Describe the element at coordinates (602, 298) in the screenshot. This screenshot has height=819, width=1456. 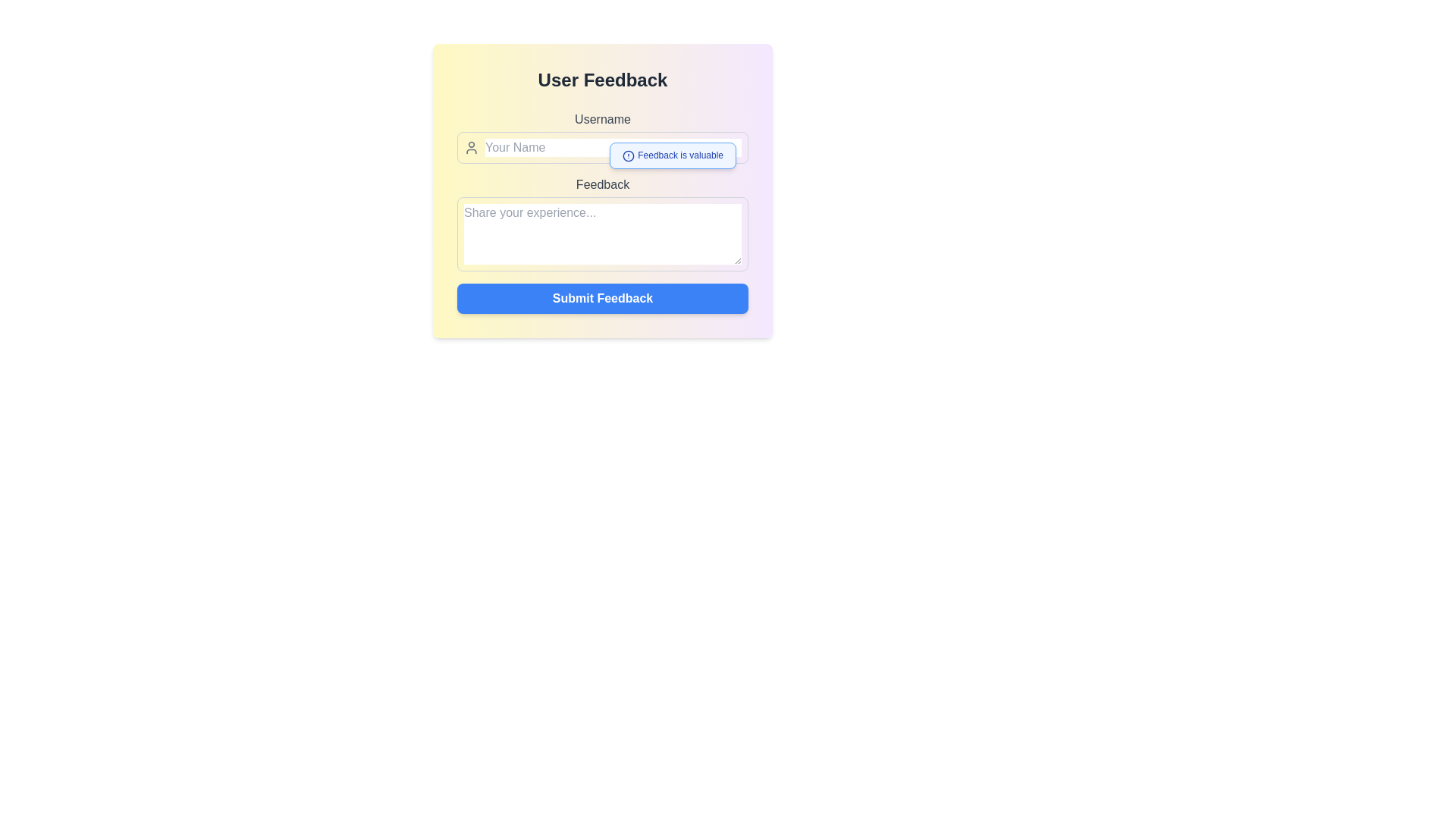
I see `the 'Submit' button located at the bottom of the 'User Feedback' form` at that location.